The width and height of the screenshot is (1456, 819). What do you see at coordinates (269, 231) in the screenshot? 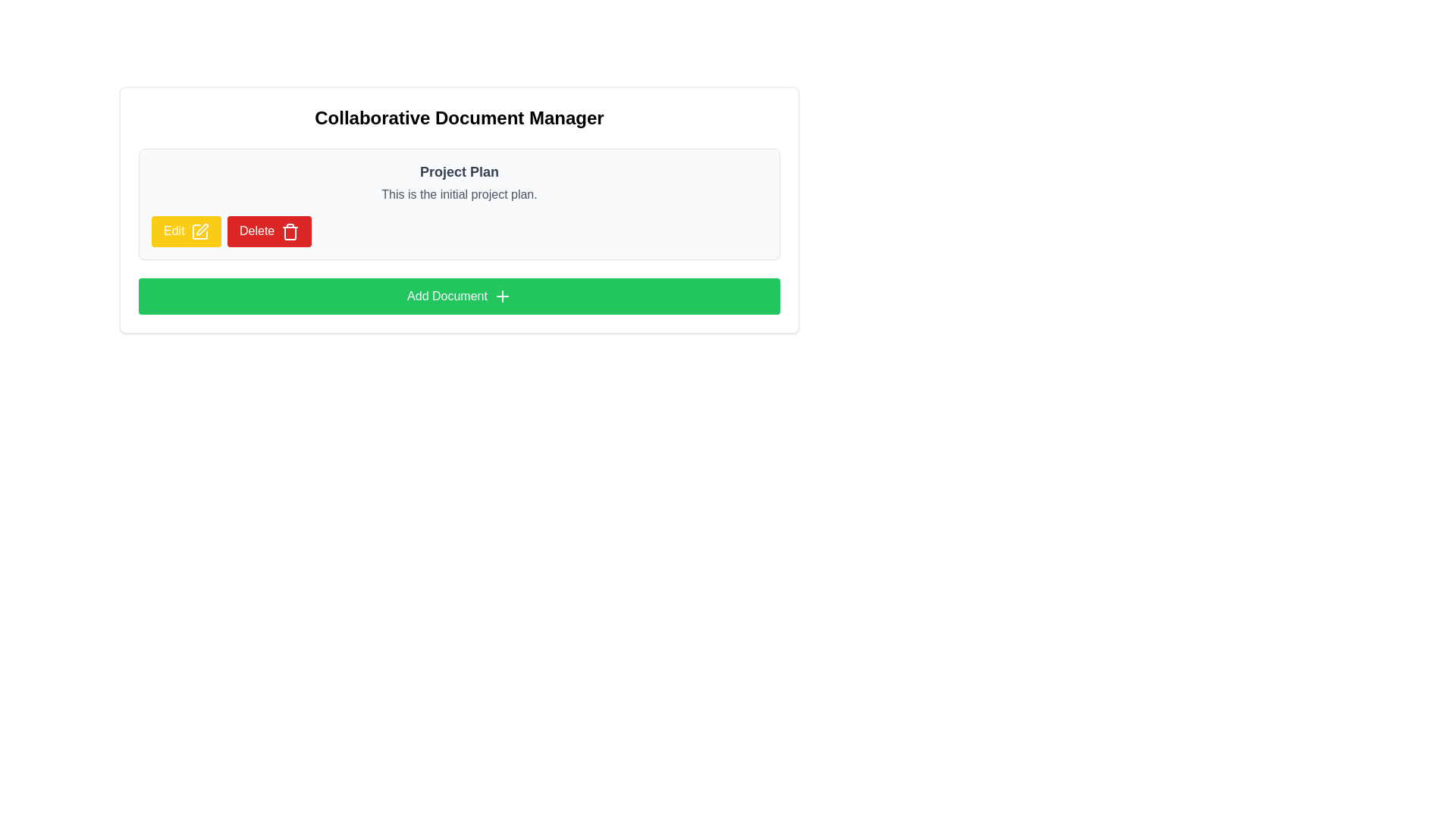
I see `the red 'Delete' button with rounded edges, labeled in white text, located to the right of the 'Edit' button under the 'Project Plan' card` at bounding box center [269, 231].